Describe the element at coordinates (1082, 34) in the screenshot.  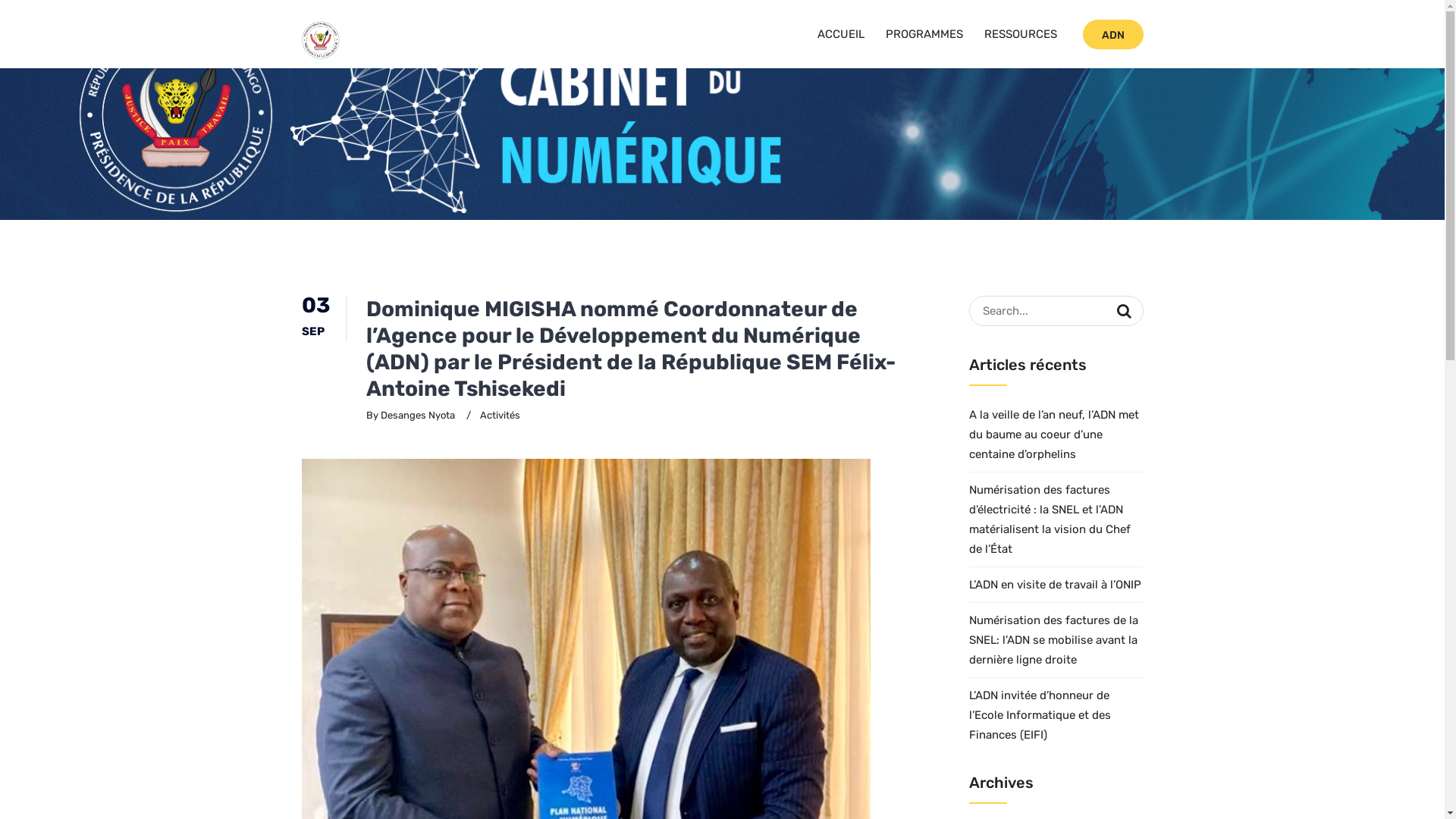
I see `'ADN'` at that location.